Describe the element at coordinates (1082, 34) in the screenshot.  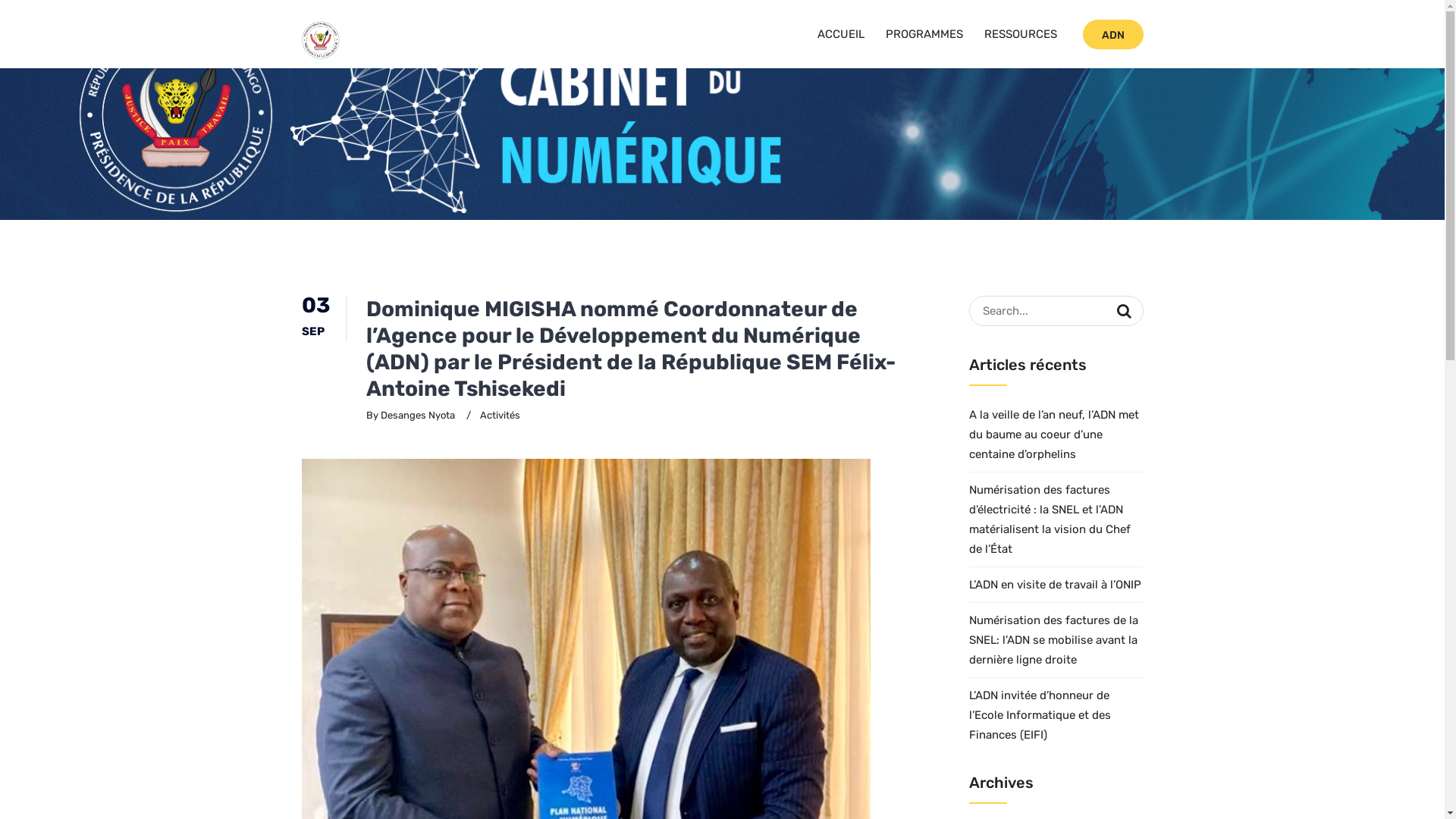
I see `'ADN'` at that location.